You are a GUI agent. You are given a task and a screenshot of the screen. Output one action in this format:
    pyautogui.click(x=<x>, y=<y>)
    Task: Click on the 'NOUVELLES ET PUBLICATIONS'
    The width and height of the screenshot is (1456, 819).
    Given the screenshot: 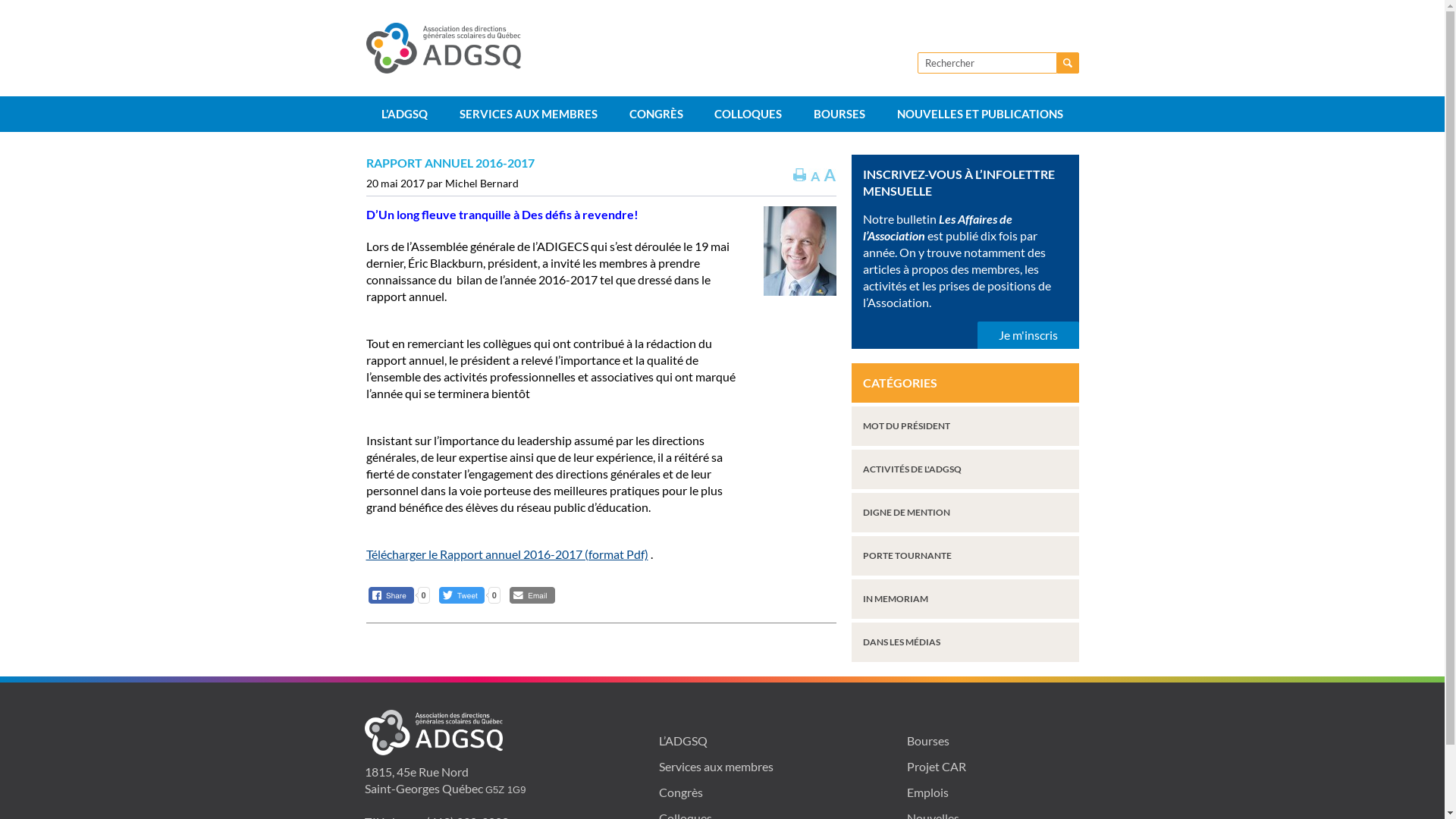 What is the action you would take?
    pyautogui.click(x=880, y=113)
    